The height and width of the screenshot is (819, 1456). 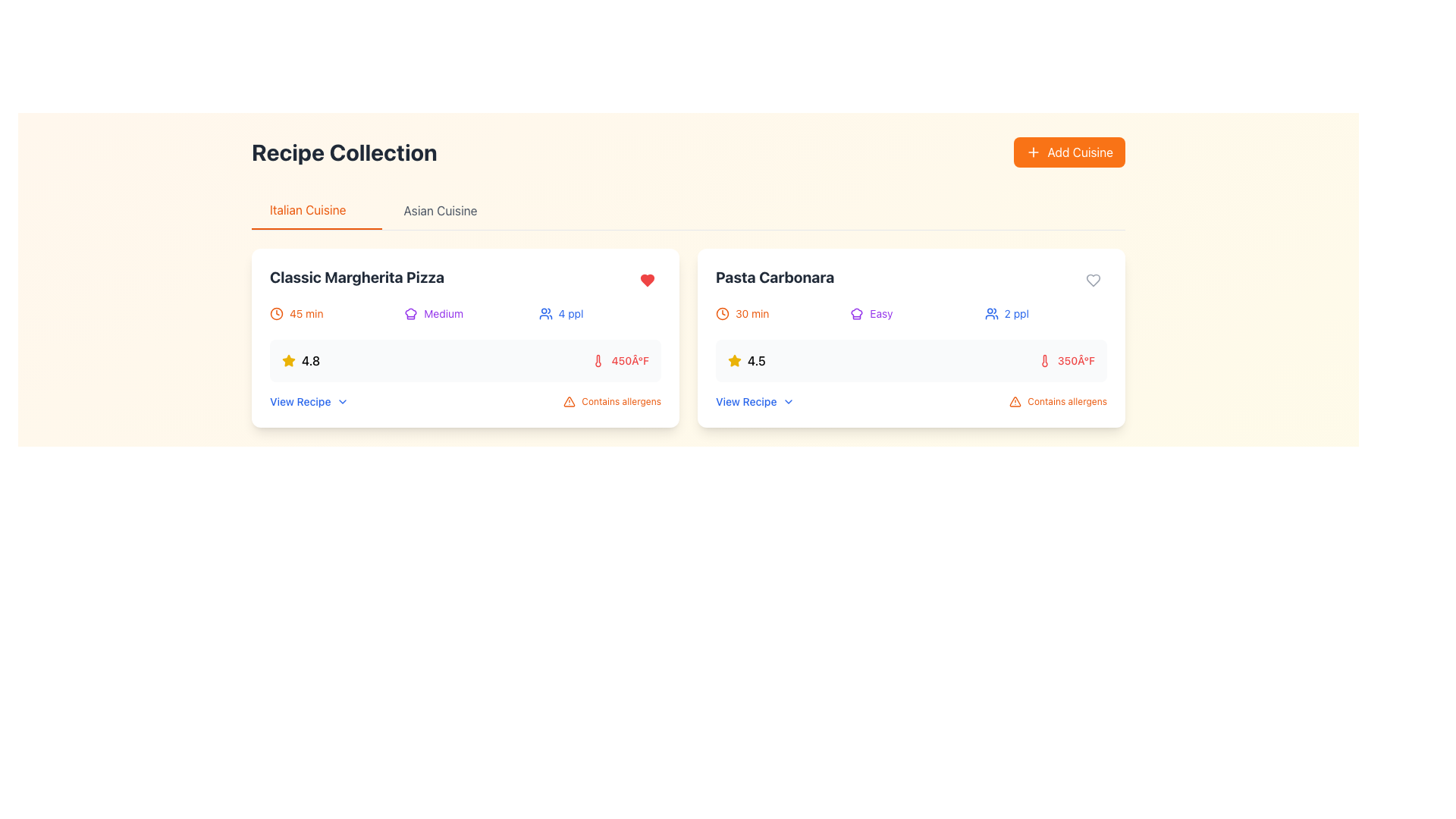 I want to click on text label displaying '4.5' located within the rating section of the 'Pasta Carbonara' card, adjacent to a yellow star icon, so click(x=756, y=360).